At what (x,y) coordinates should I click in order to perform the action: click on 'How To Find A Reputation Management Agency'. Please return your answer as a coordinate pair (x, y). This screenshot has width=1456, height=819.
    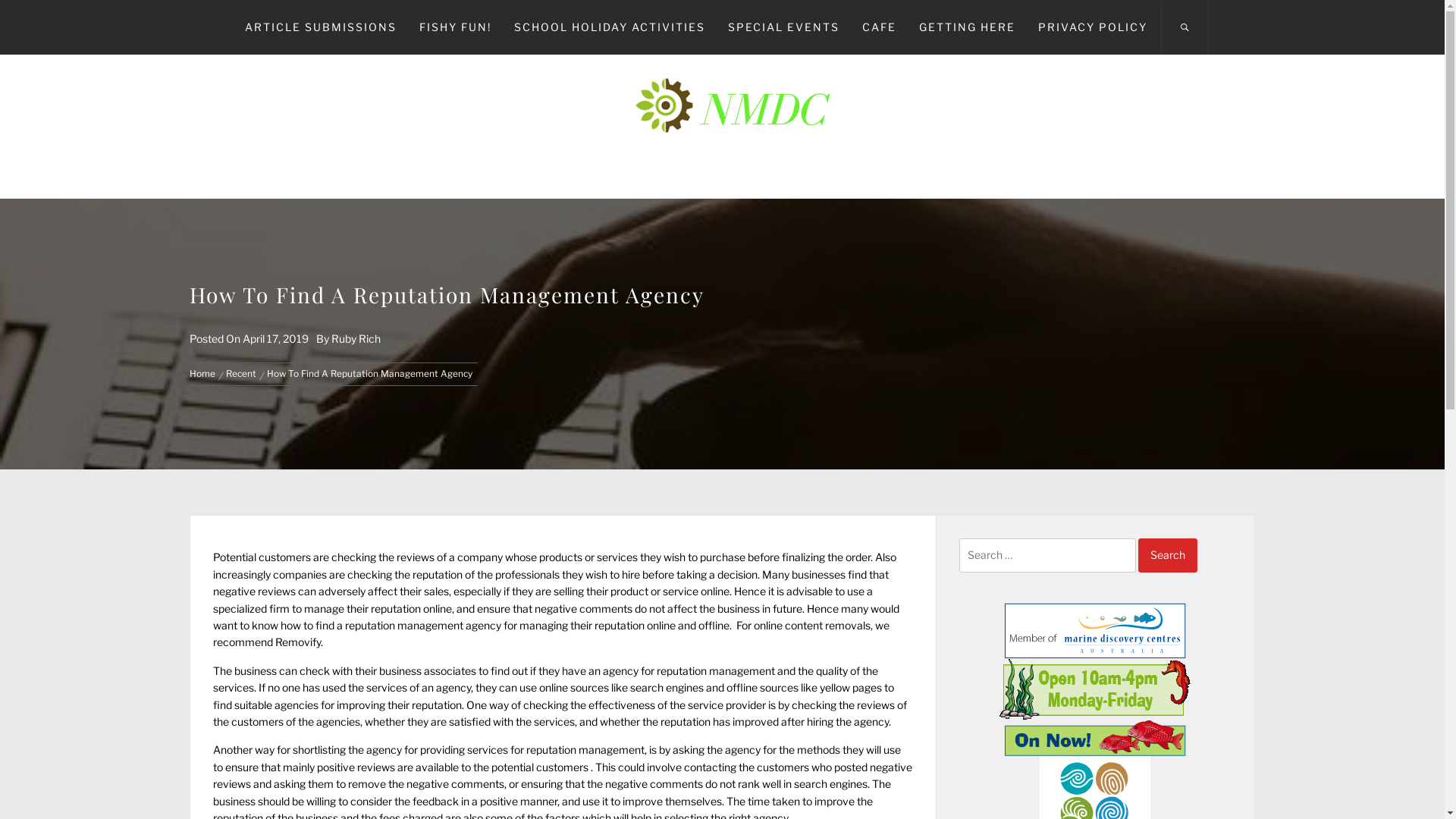
    Looking at the image, I should click on (369, 374).